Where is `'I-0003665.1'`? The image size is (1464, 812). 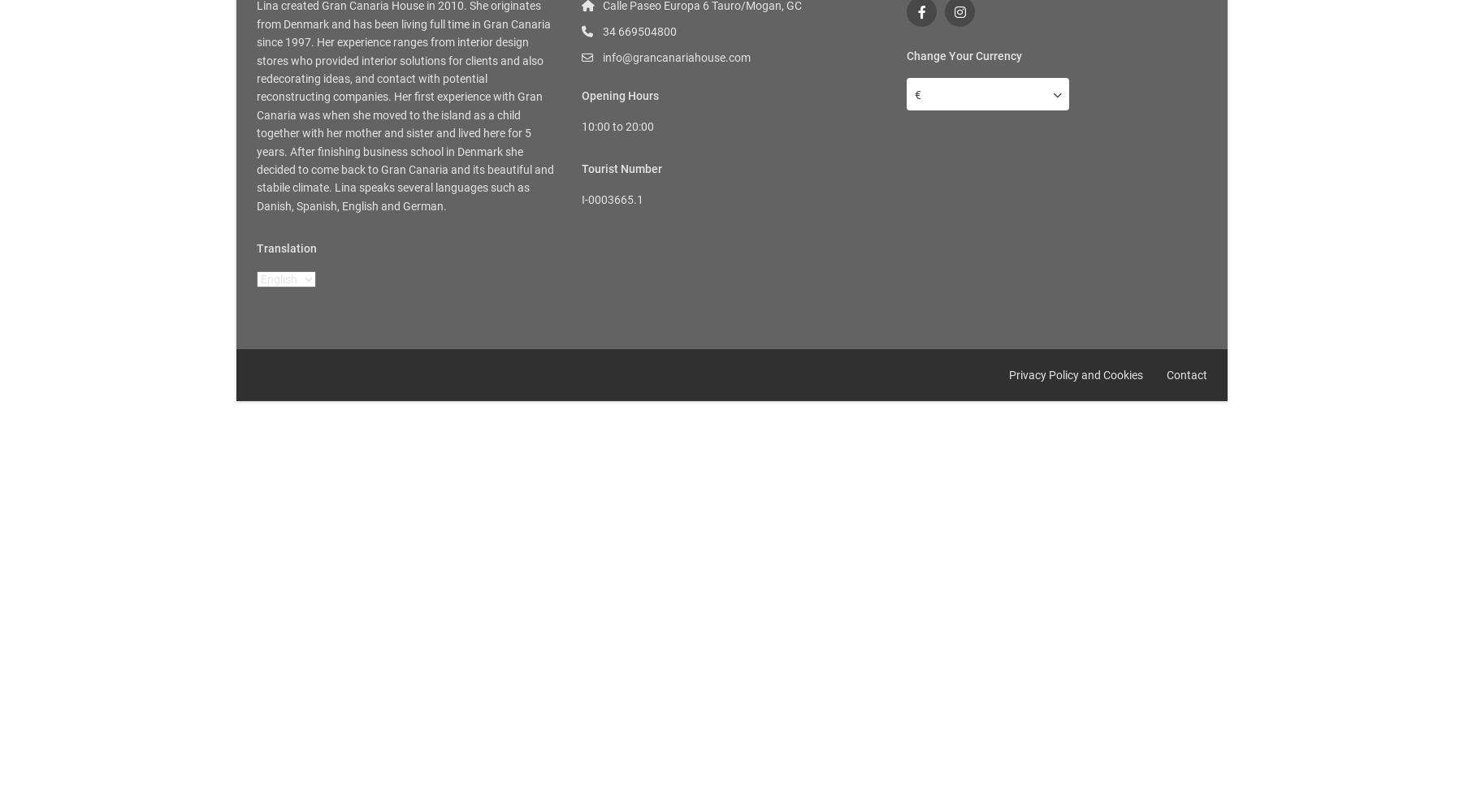
'I-0003665.1' is located at coordinates (611, 198).